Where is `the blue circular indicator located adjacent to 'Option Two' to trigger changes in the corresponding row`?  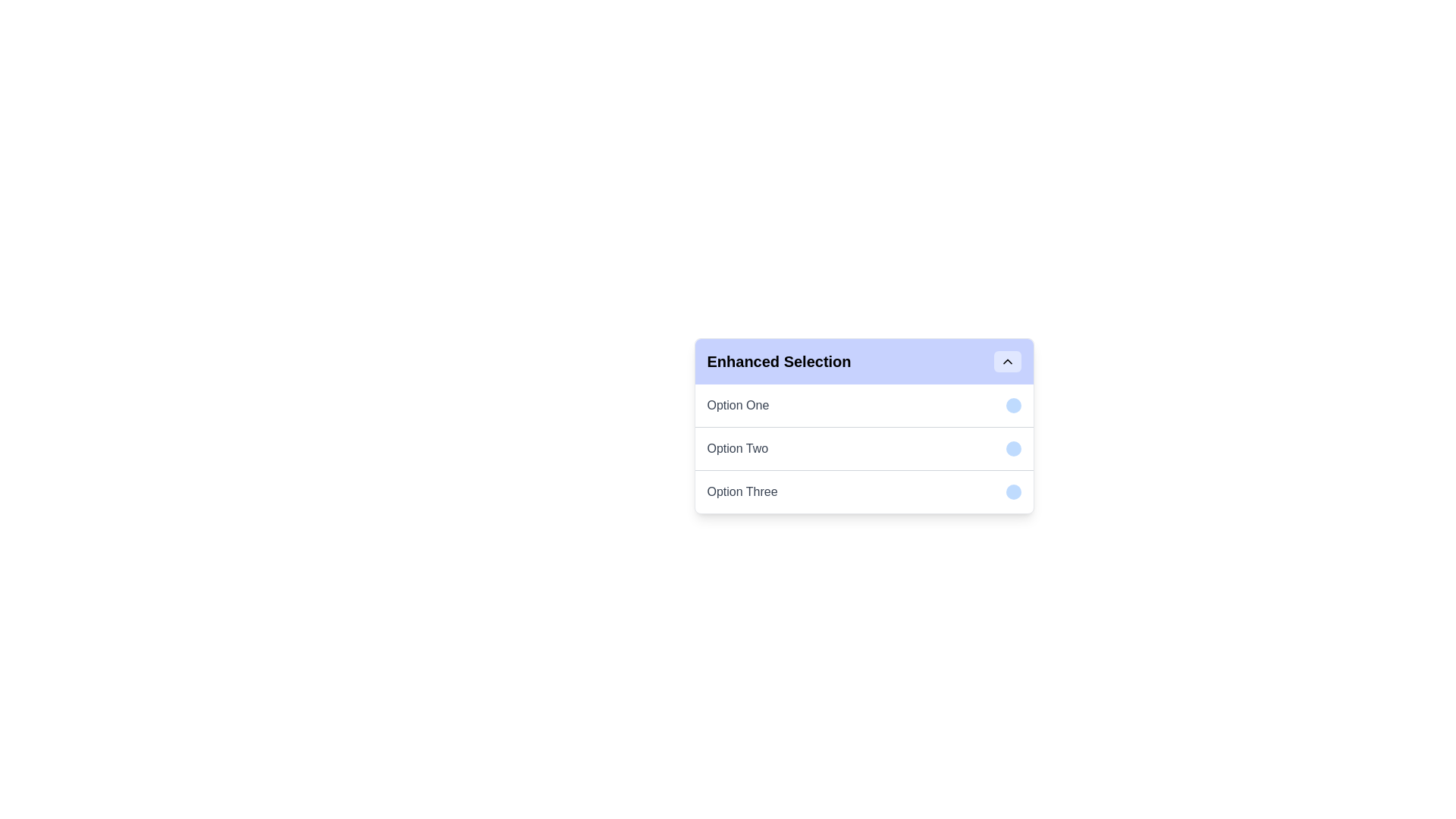
the blue circular indicator located adjacent to 'Option Two' to trigger changes in the corresponding row is located at coordinates (1013, 447).